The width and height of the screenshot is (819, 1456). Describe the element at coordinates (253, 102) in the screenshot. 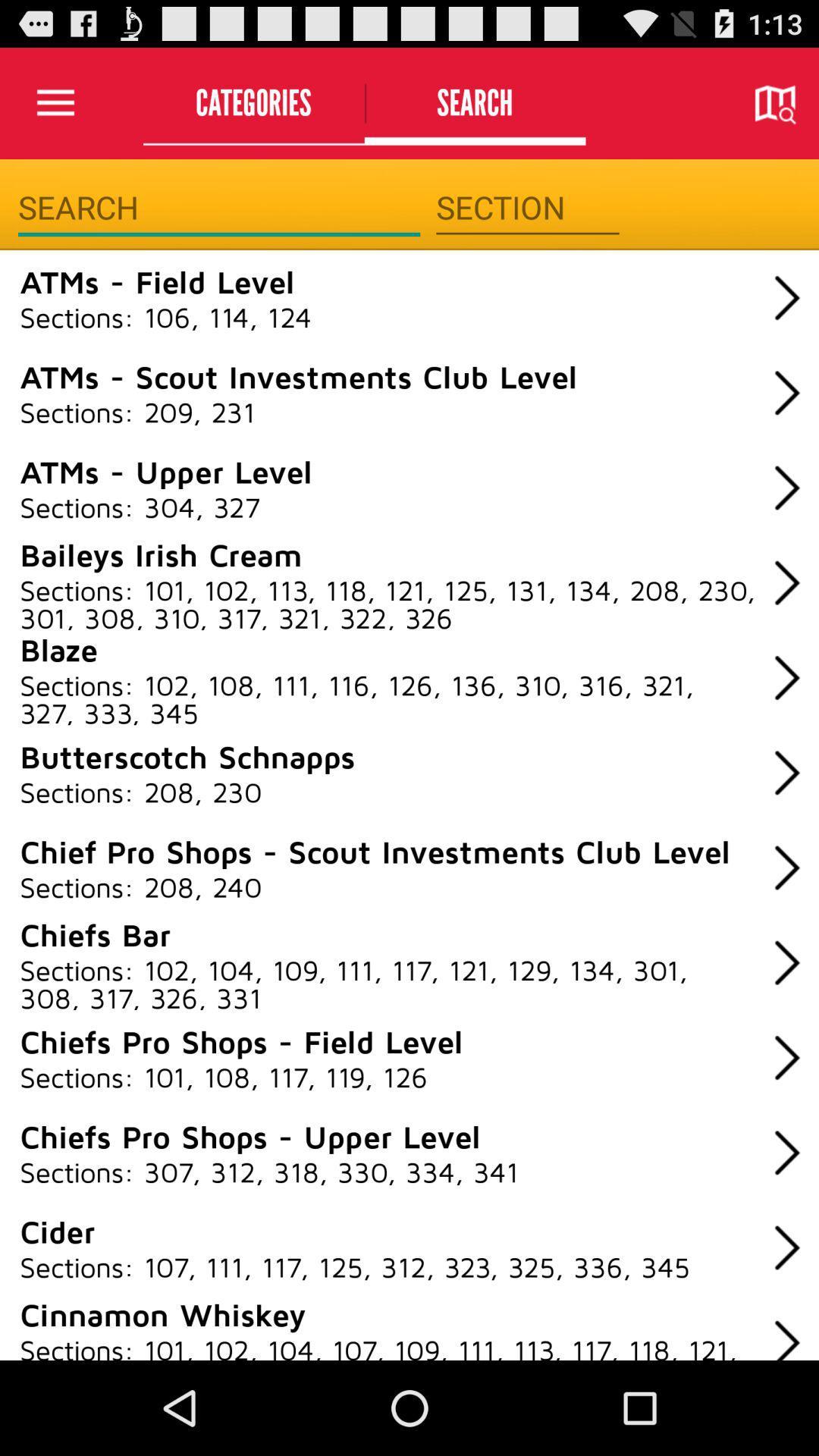

I see `the categories icon` at that location.